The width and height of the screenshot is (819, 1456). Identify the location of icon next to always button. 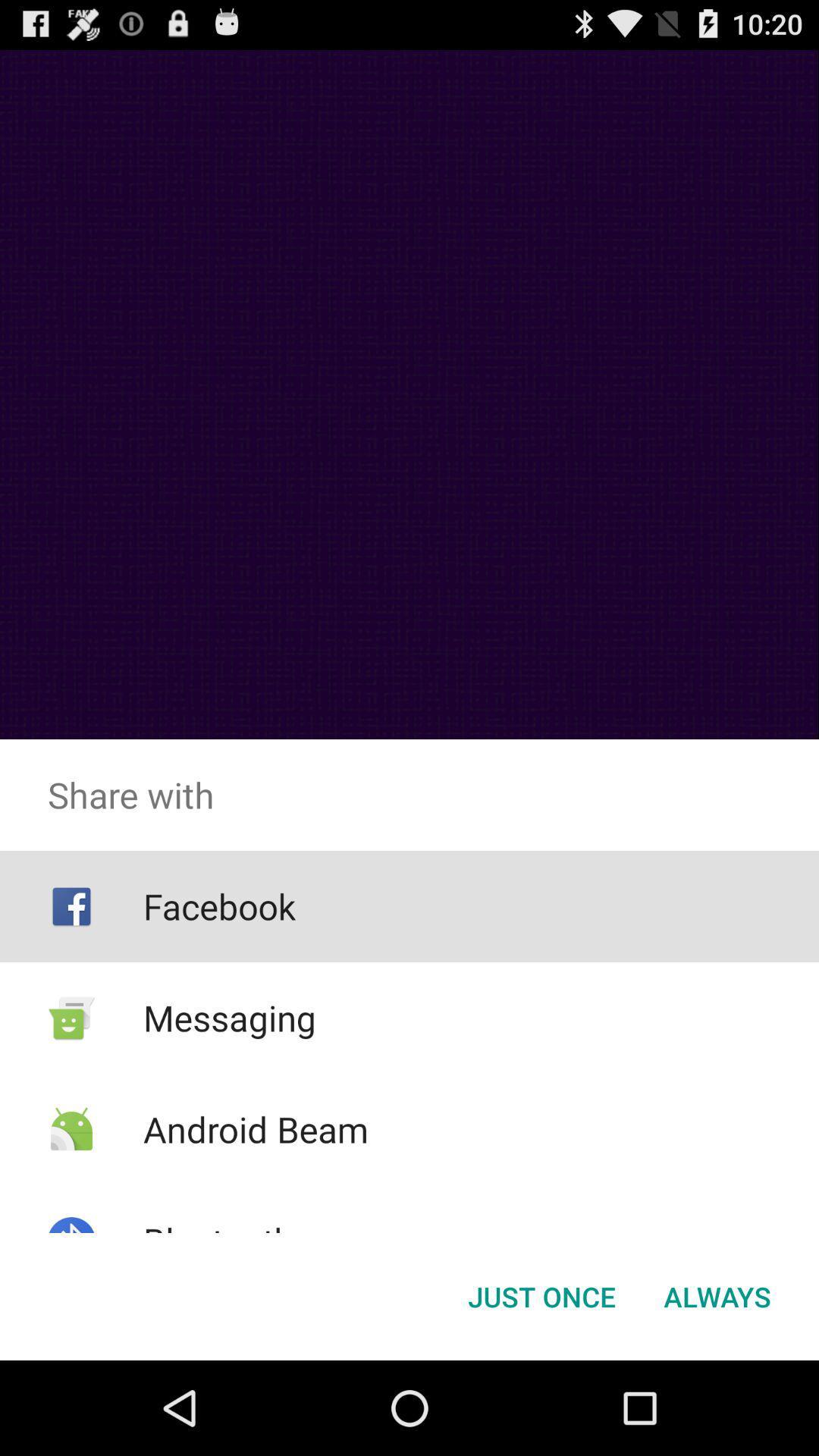
(541, 1295).